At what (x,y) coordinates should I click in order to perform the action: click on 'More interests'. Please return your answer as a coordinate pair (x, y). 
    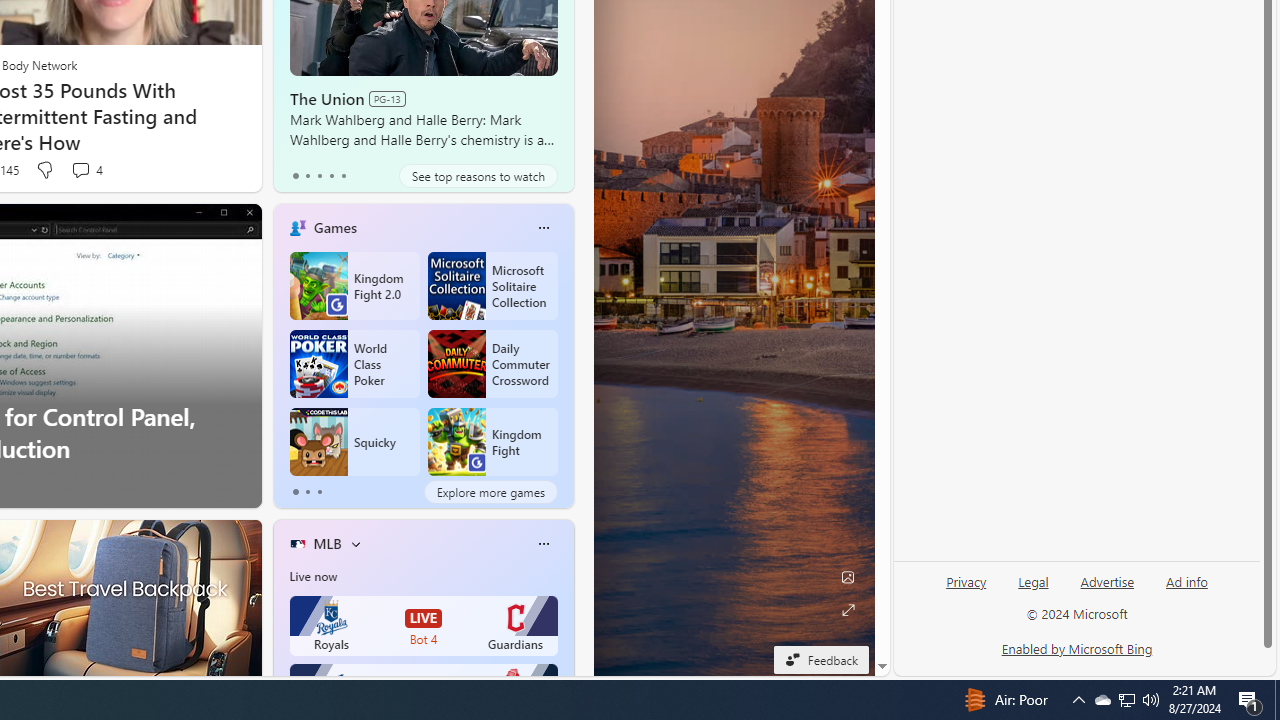
    Looking at the image, I should click on (355, 543).